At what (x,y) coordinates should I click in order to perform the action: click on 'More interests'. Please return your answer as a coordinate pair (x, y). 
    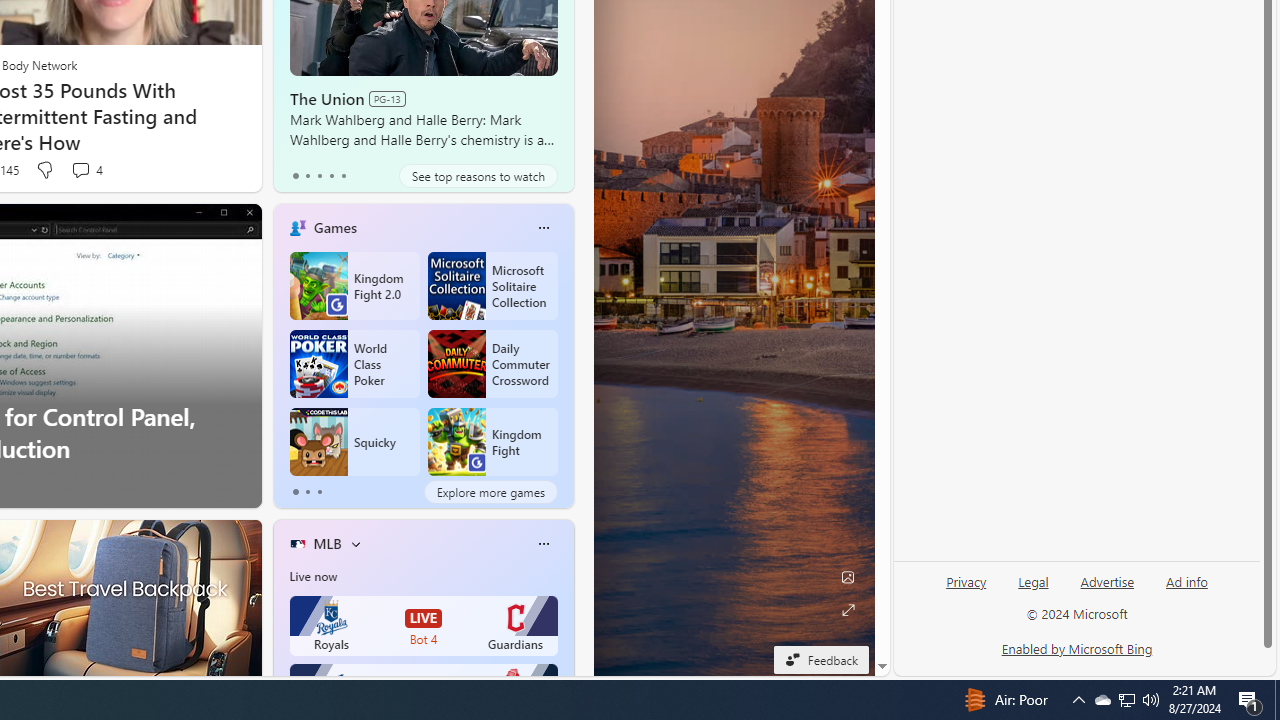
    Looking at the image, I should click on (355, 543).